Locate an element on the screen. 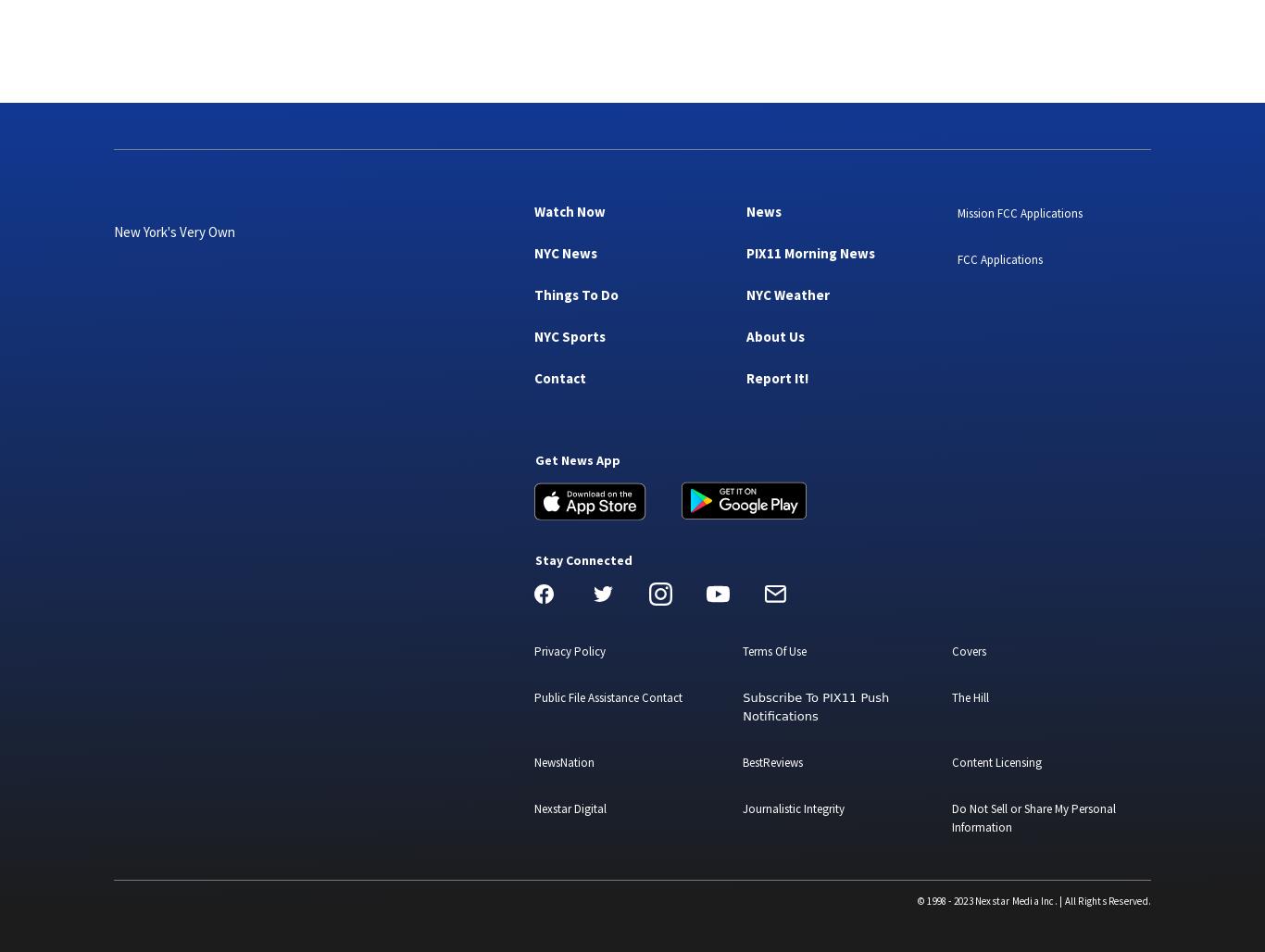 The image size is (1265, 952). 'Do Not Sell or Share My Personal Information' is located at coordinates (1032, 817).